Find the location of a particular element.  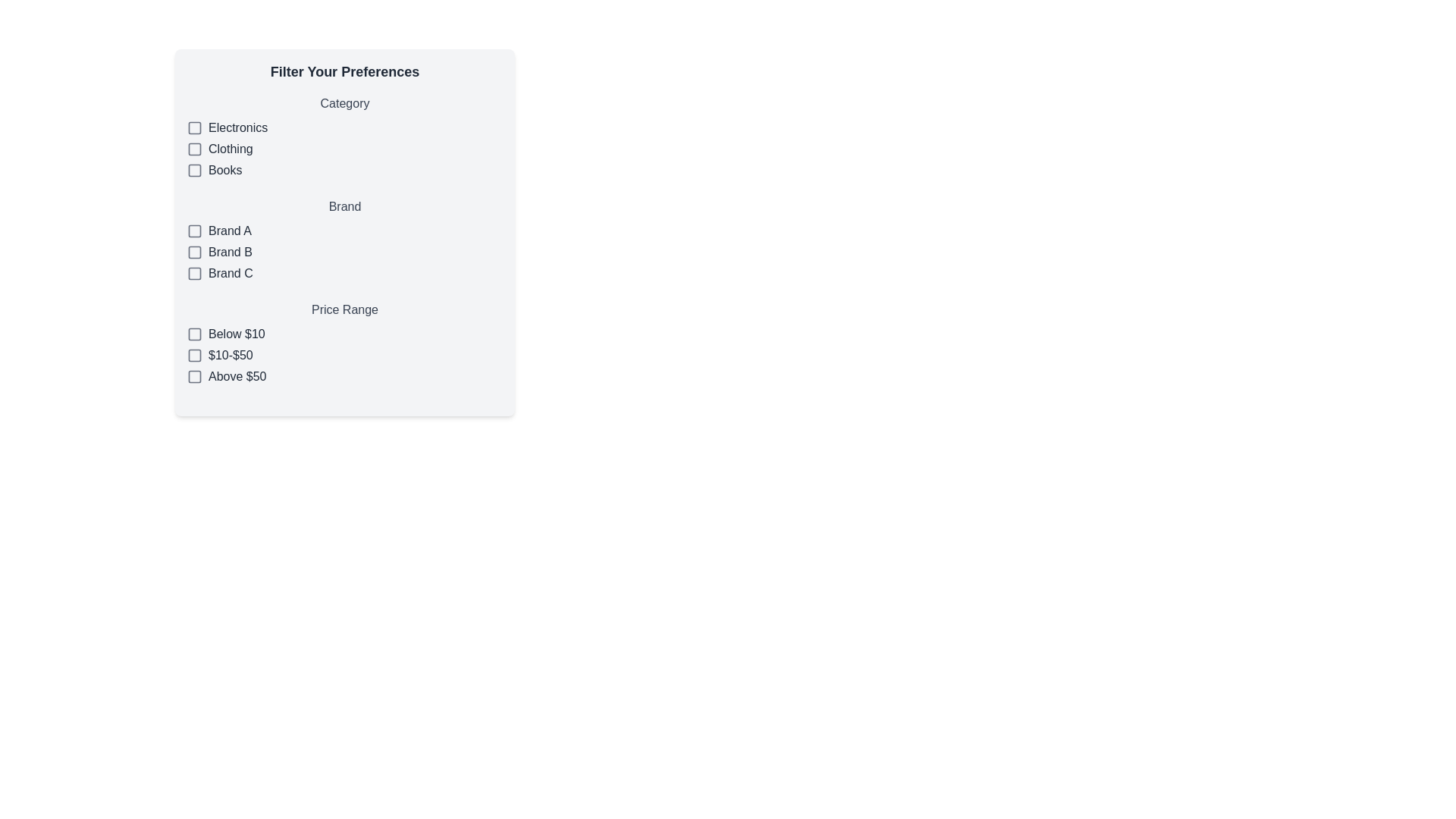

the text label displaying 'Brand A', which is styled in gray and located in the central part of the filter section under the 'Brand' category, positioned next to the first checkbox is located at coordinates (229, 231).